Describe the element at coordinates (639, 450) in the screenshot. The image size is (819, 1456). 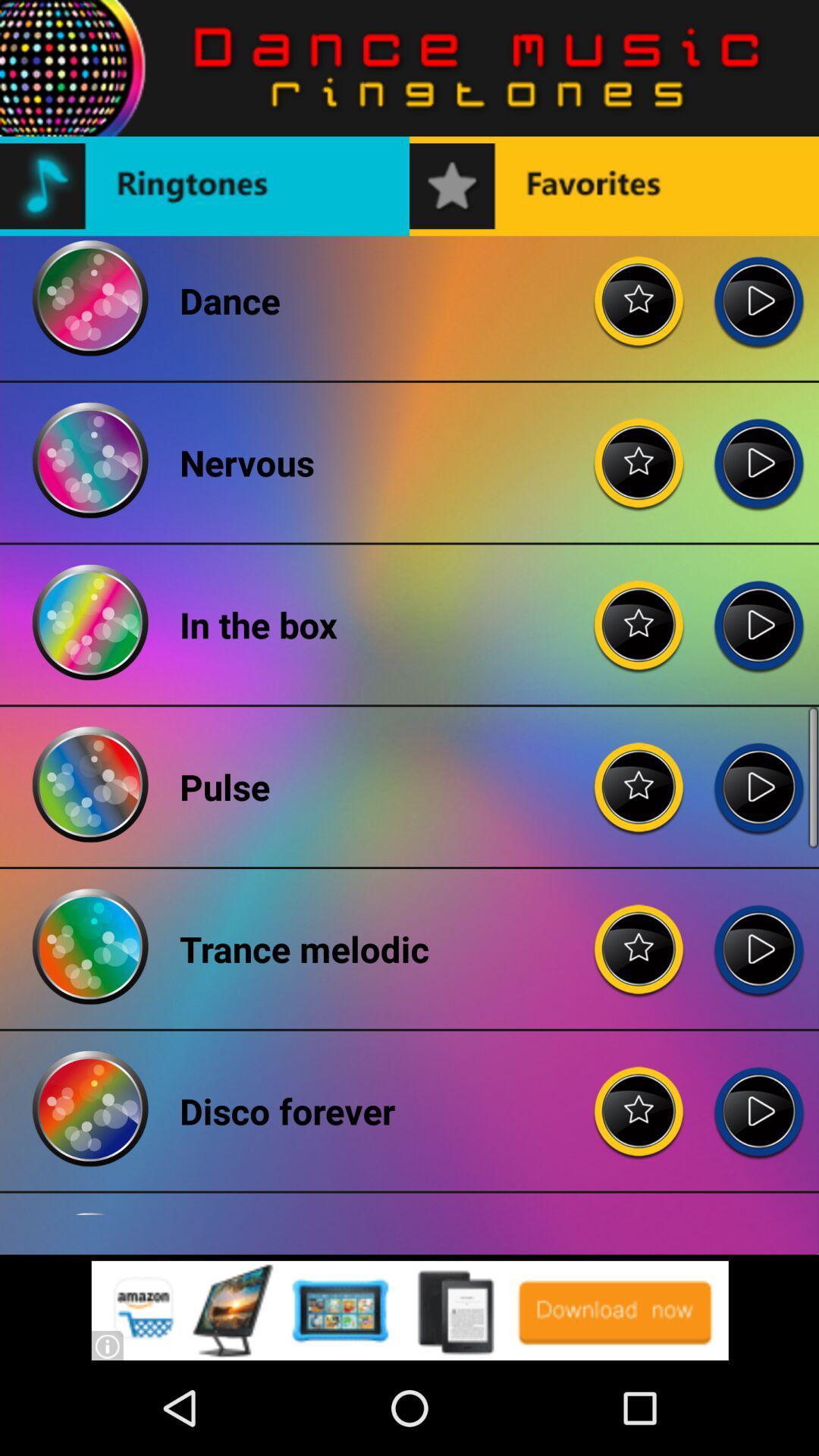
I see `to favorites` at that location.